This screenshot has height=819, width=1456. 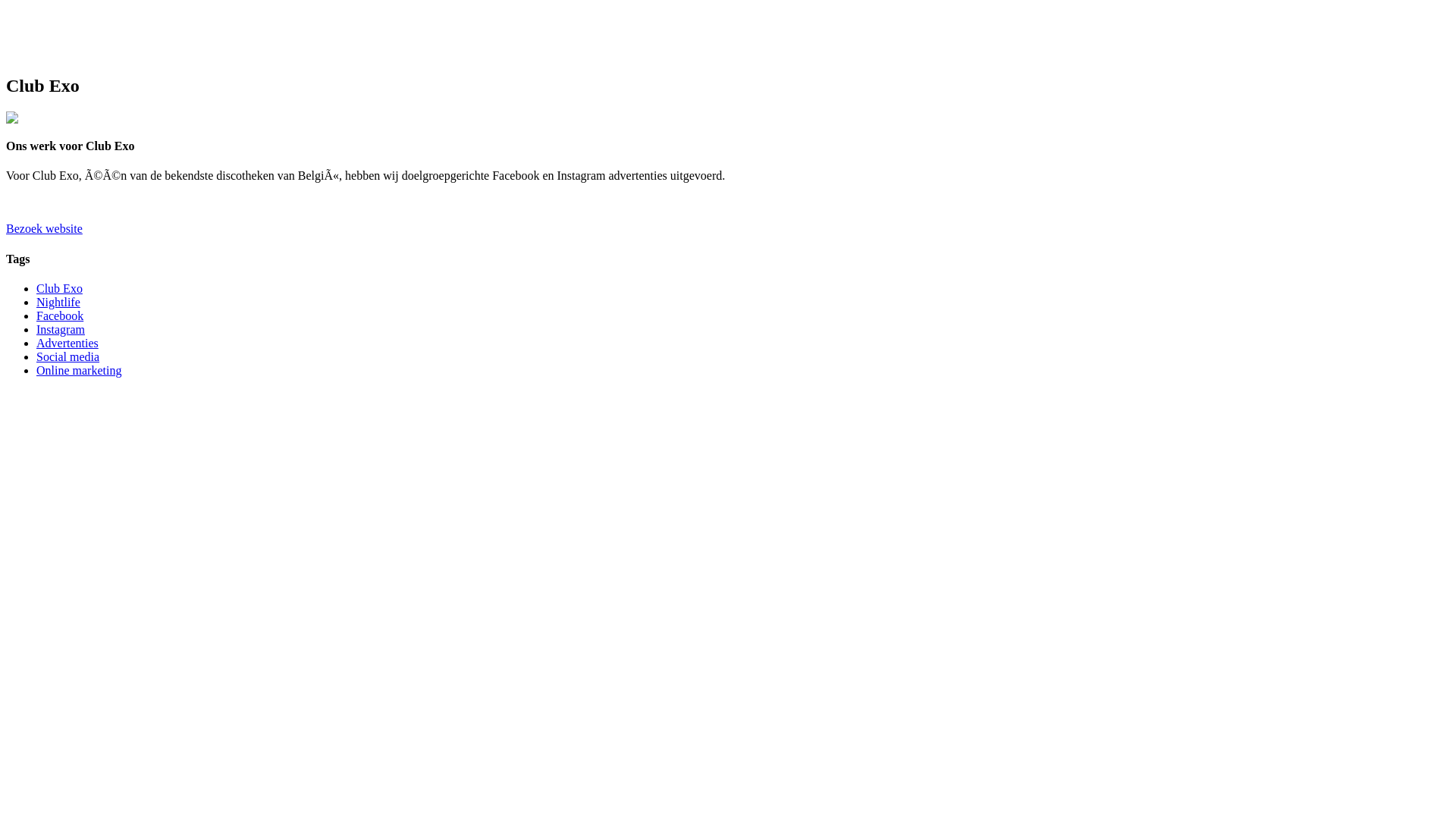 What do you see at coordinates (36, 343) in the screenshot?
I see `'Advertenties'` at bounding box center [36, 343].